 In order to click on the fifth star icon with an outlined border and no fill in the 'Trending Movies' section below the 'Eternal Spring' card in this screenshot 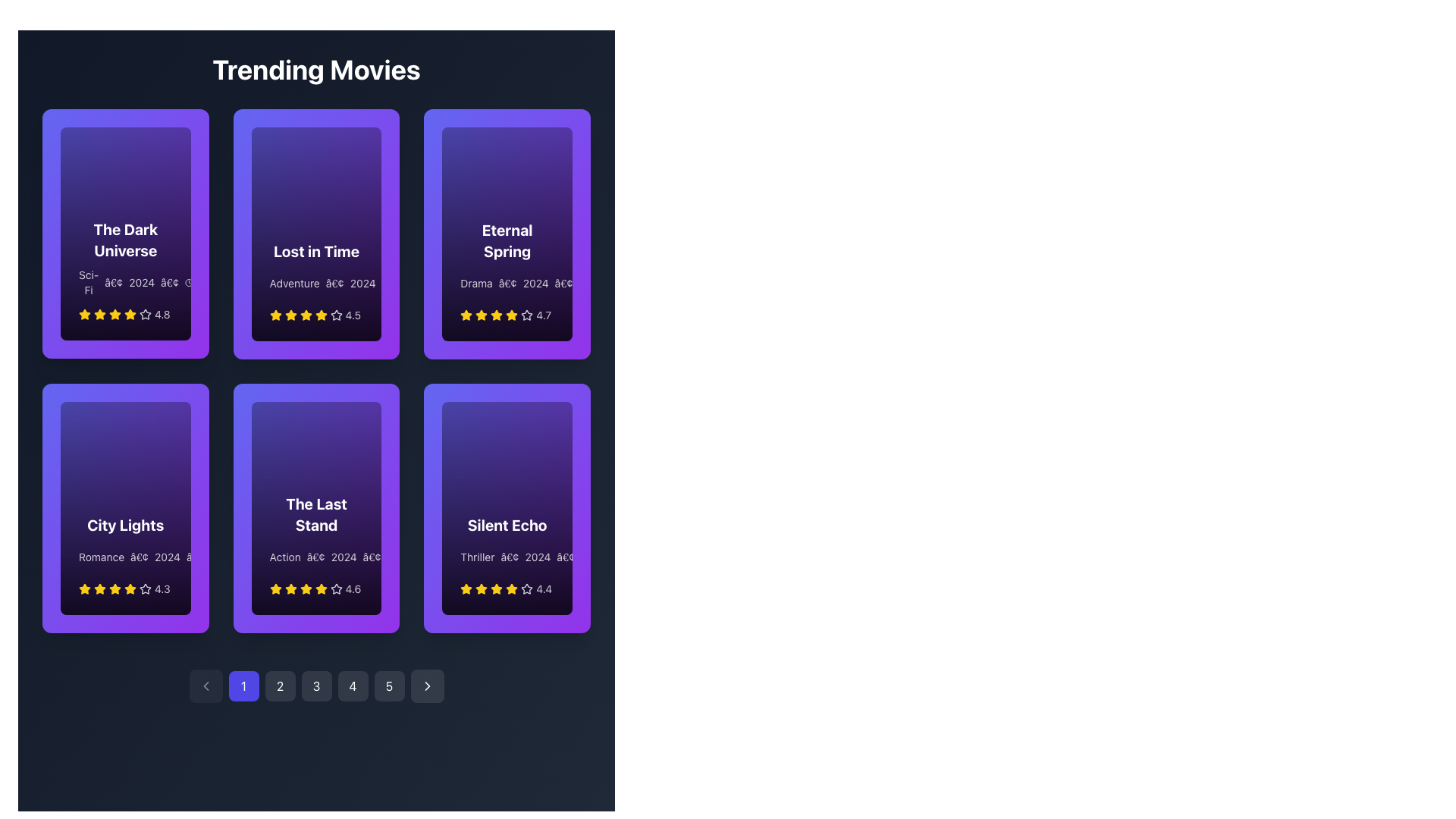, I will do `click(527, 314)`.